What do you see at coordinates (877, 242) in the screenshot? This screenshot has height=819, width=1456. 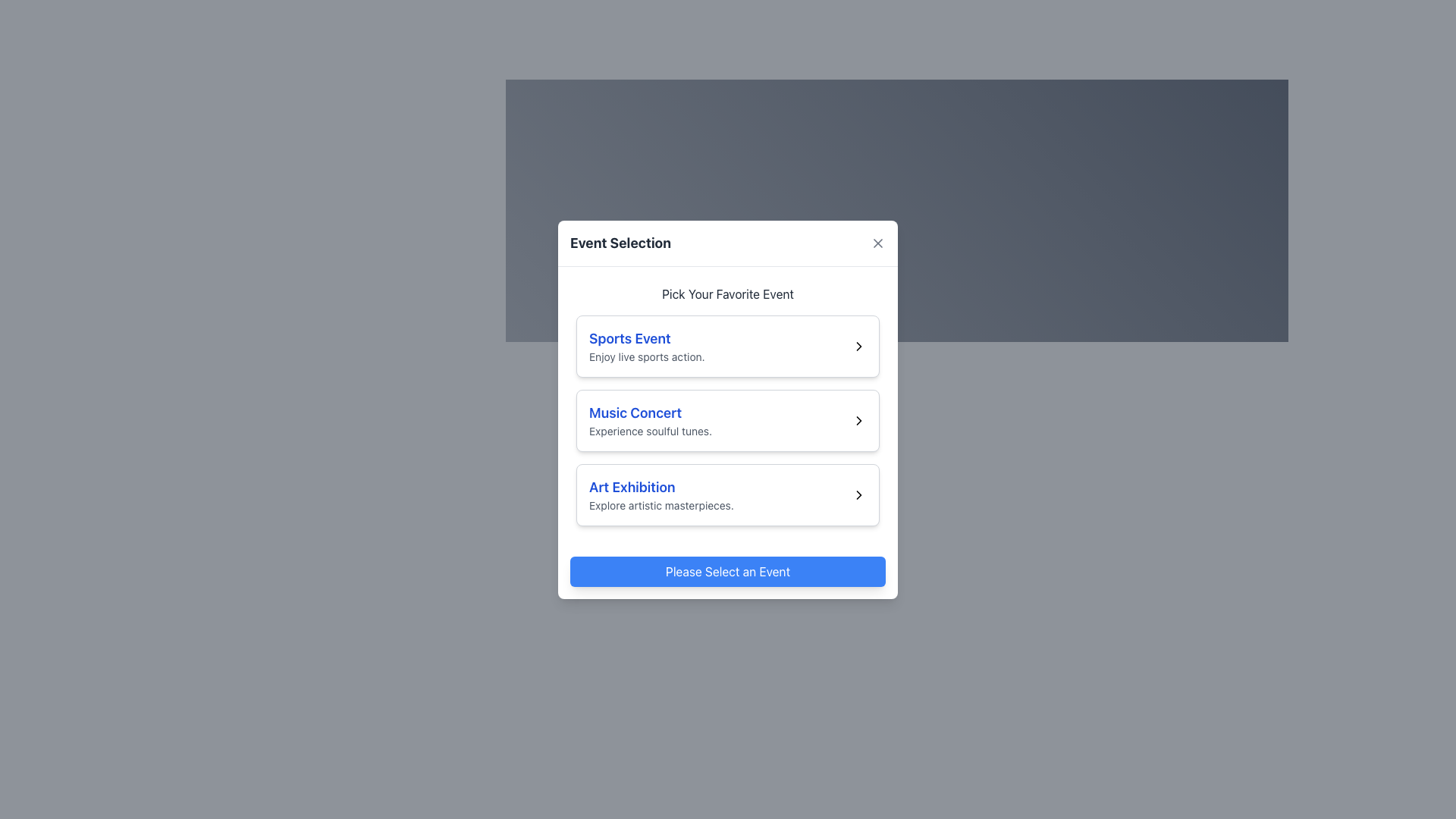 I see `the Close Icon located in the top-right corner of the modal, which serves as a button to close the modal` at bounding box center [877, 242].